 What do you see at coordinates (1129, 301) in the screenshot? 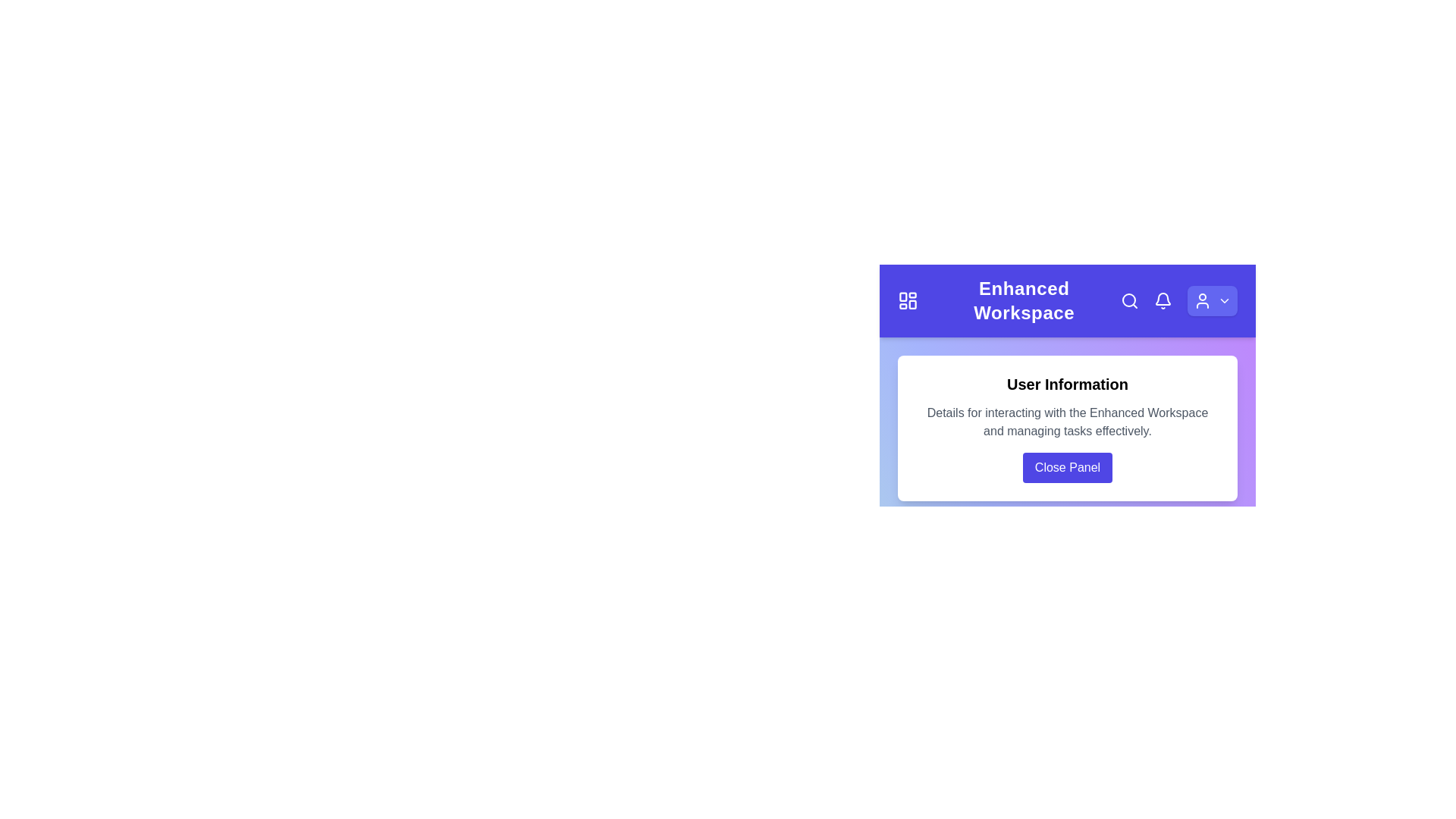
I see `the Search button in the header` at bounding box center [1129, 301].